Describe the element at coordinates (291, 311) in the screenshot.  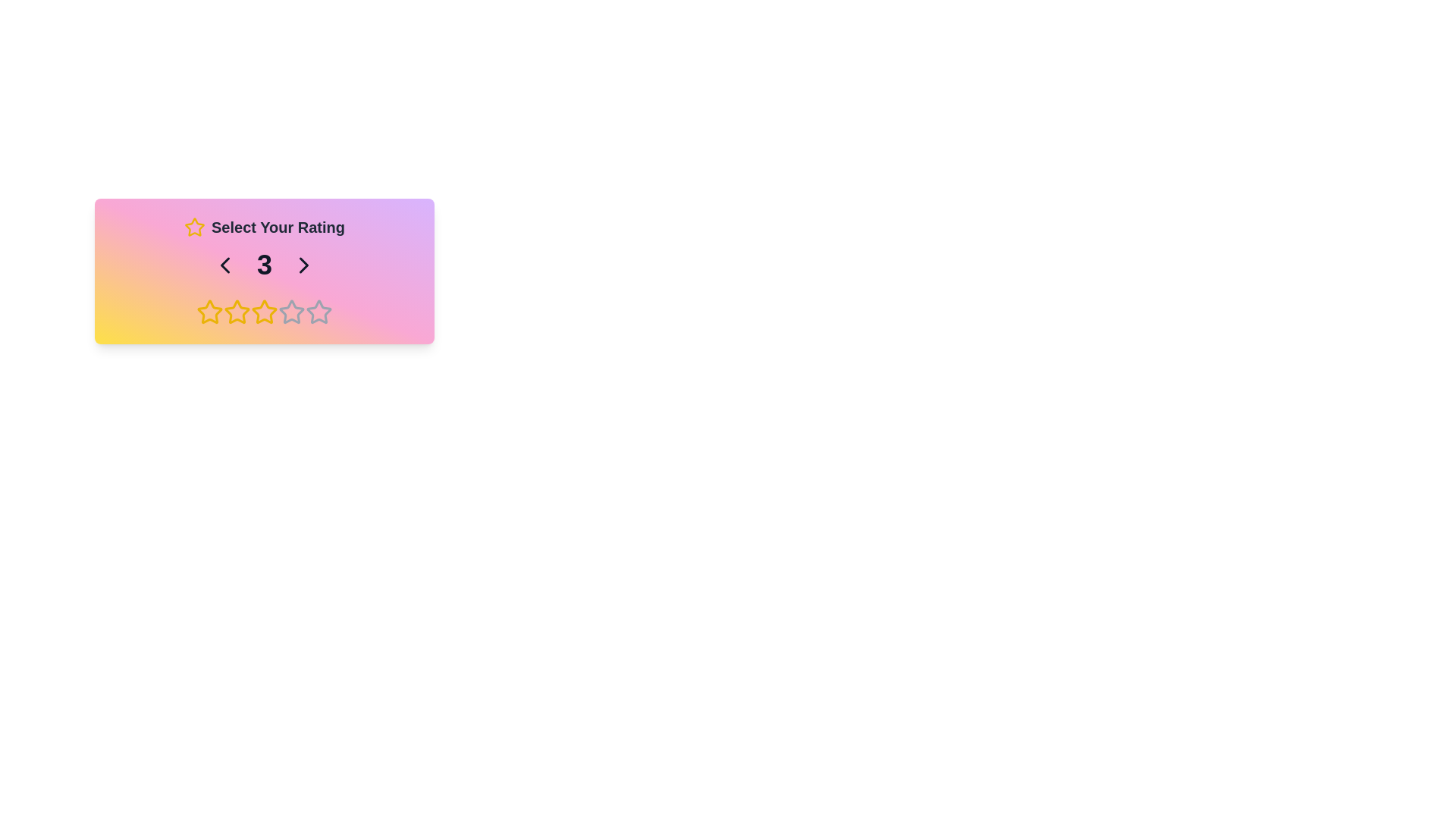
I see `the third star in the horizontal sequence of five stars` at that location.